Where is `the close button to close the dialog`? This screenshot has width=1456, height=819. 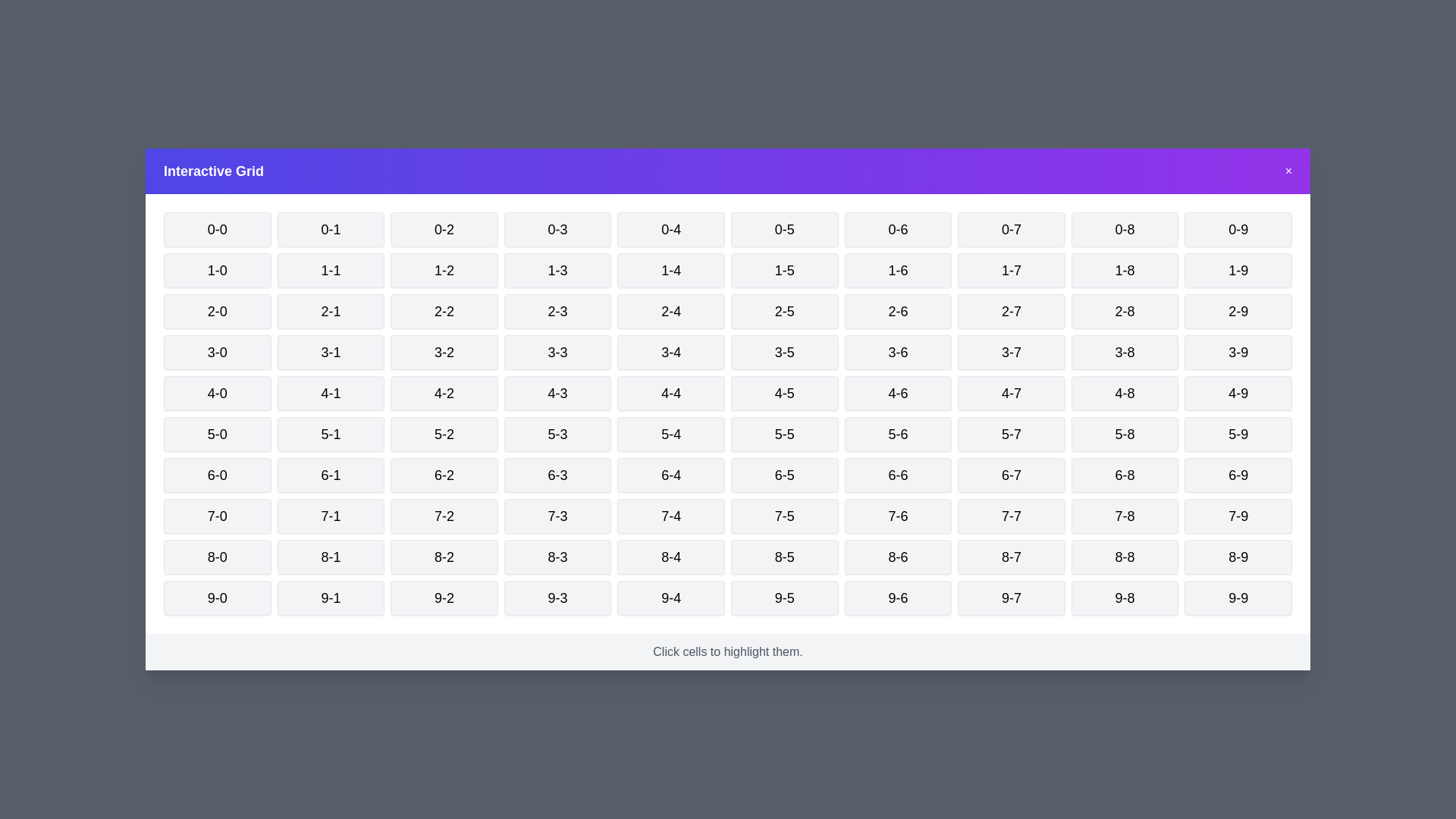 the close button to close the dialog is located at coordinates (1288, 171).